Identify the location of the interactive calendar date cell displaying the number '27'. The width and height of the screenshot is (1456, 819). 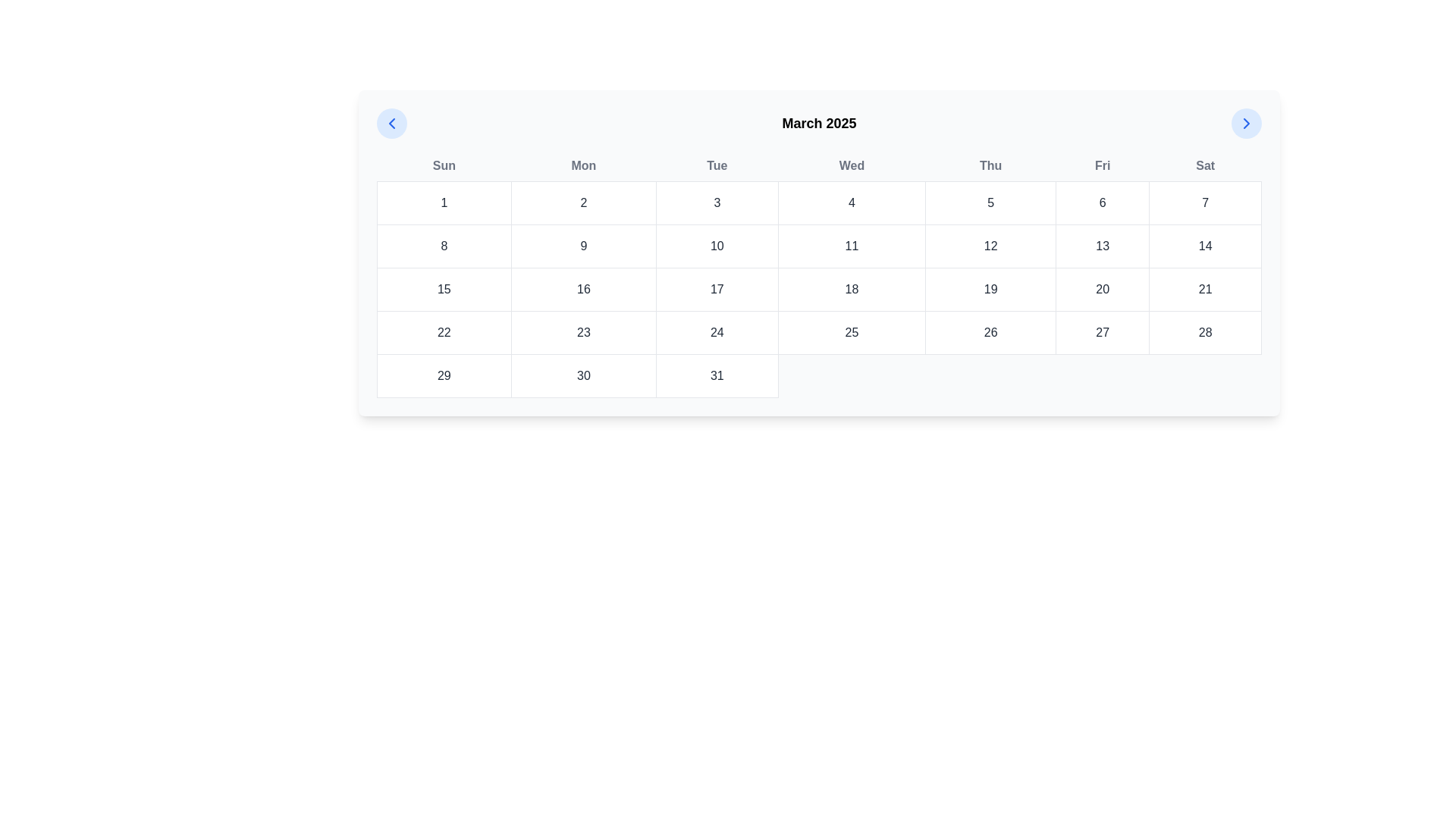
(1103, 332).